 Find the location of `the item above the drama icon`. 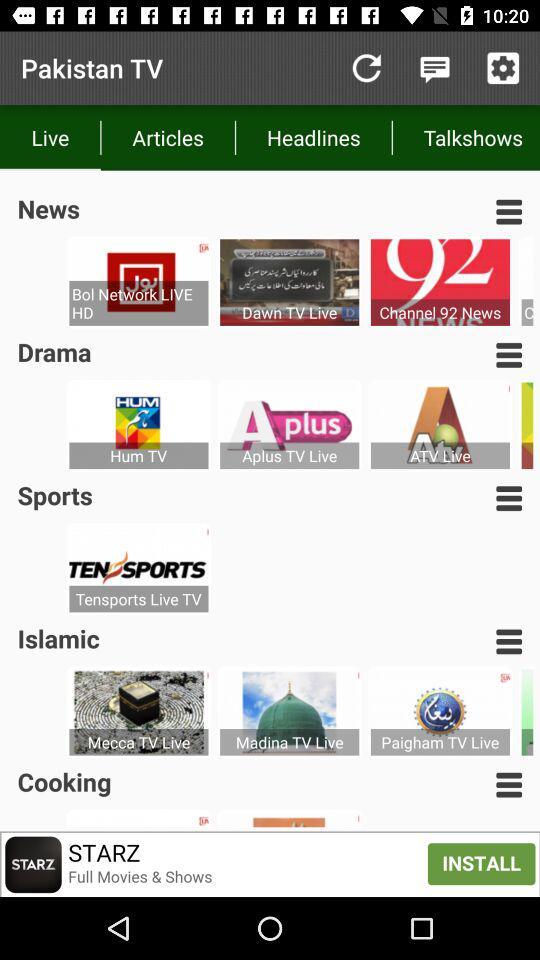

the item above the drama icon is located at coordinates (137, 303).